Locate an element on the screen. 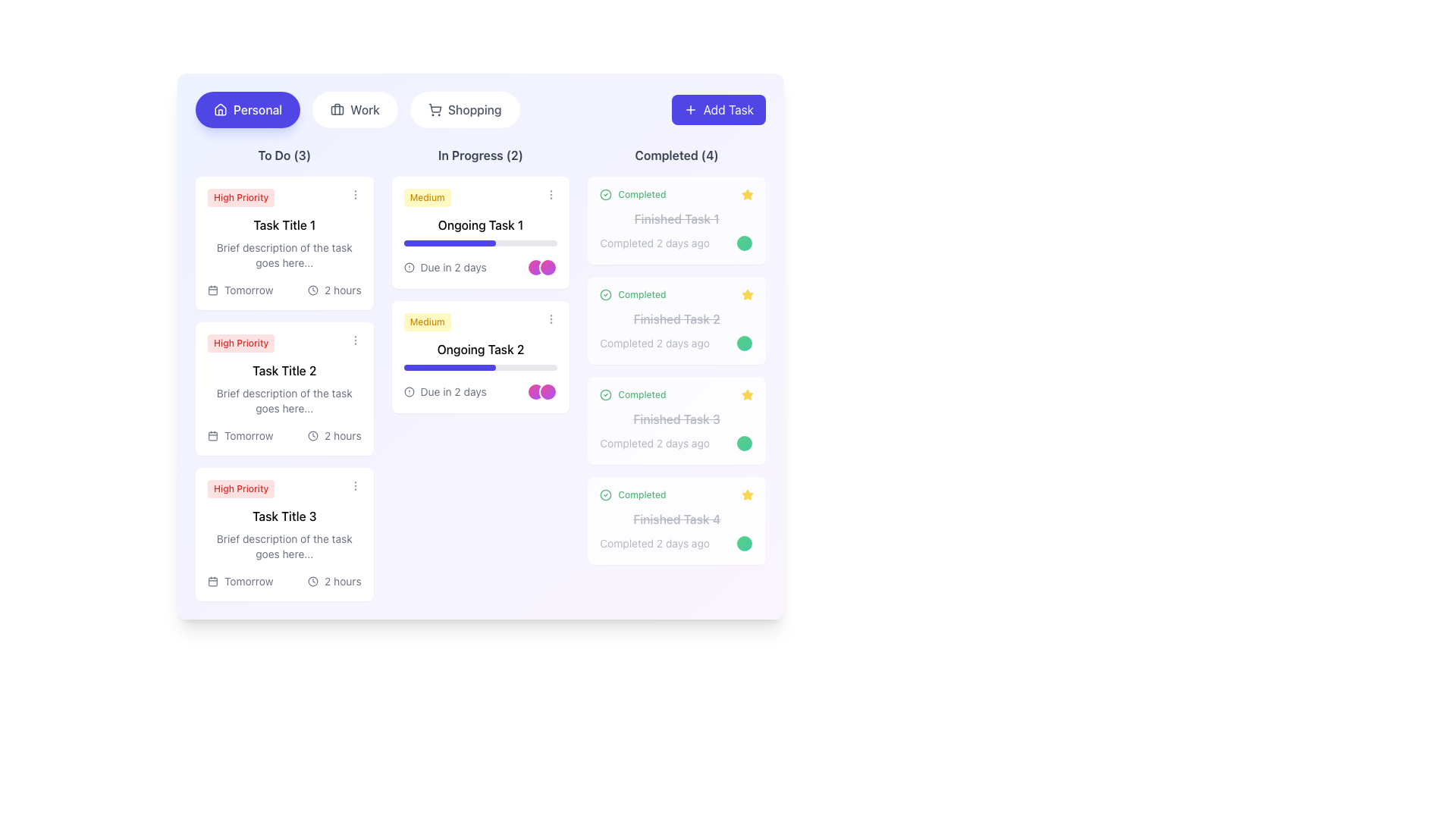 The width and height of the screenshot is (1456, 819). the Status indicator with an icon and text combined located in the 'Completed' section, aligned left within the fourth card near the top left corner is located at coordinates (633, 494).